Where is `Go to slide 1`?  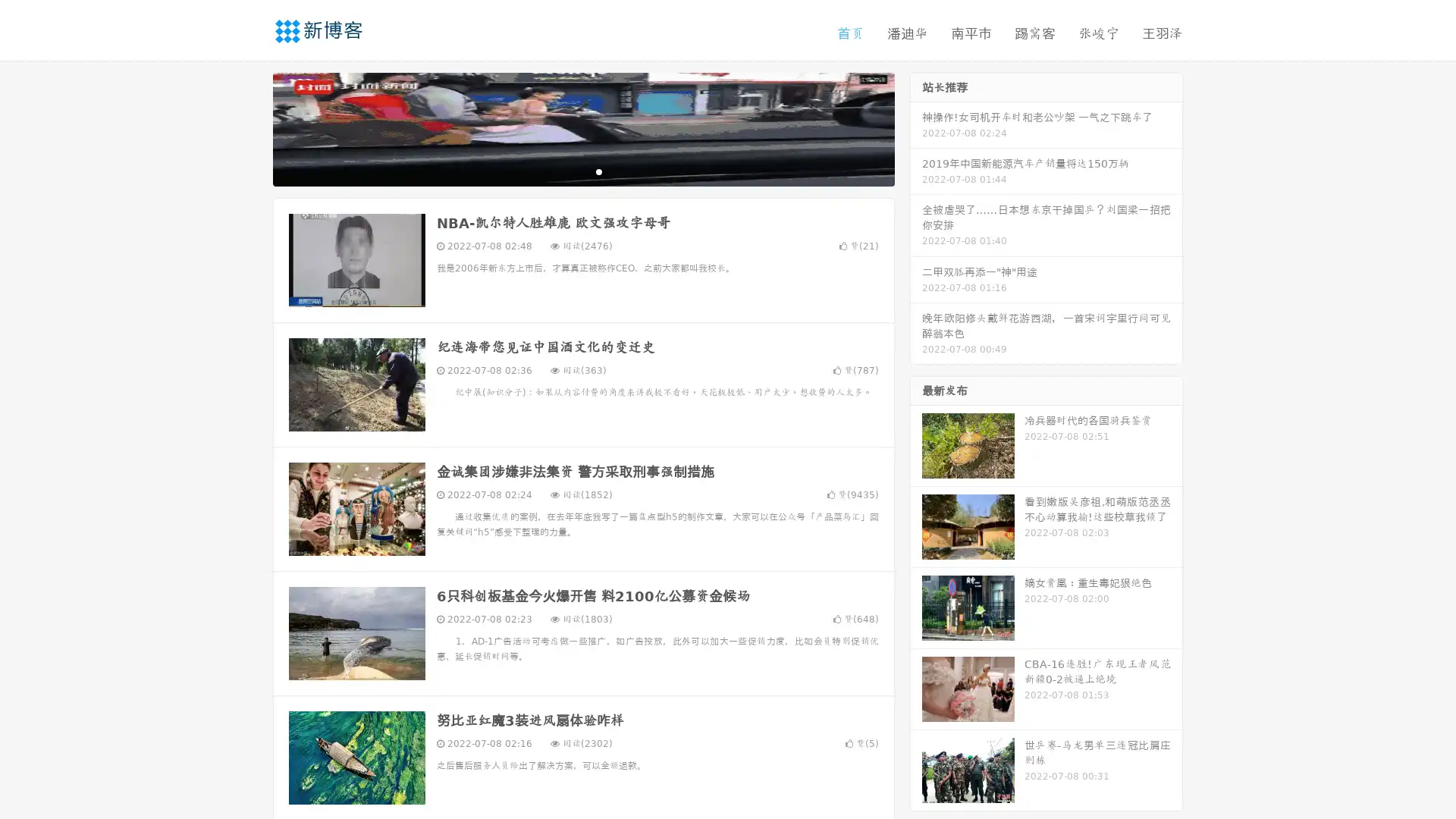
Go to slide 1 is located at coordinates (567, 171).